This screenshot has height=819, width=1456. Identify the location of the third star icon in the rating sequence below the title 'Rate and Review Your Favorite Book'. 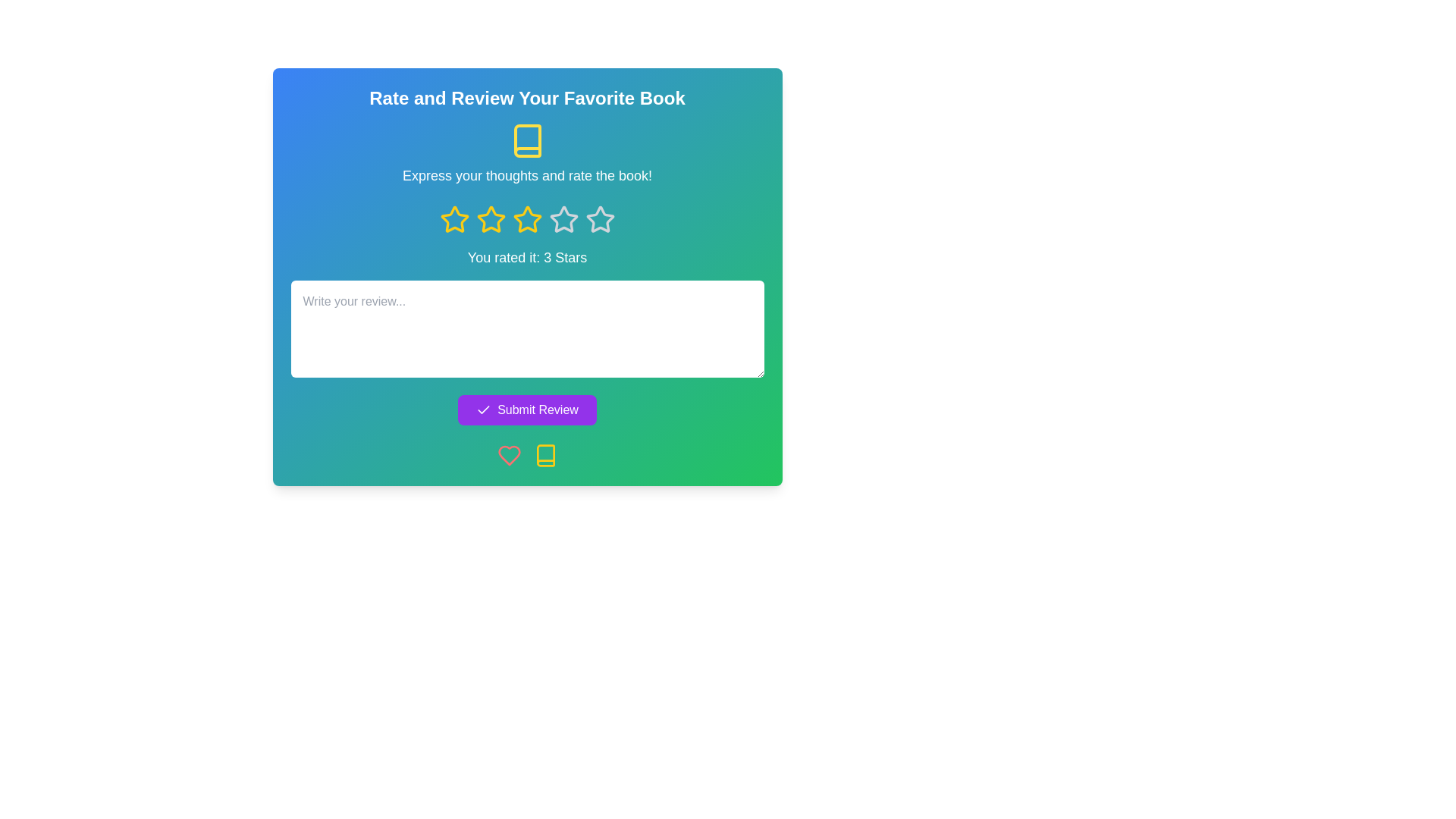
(563, 219).